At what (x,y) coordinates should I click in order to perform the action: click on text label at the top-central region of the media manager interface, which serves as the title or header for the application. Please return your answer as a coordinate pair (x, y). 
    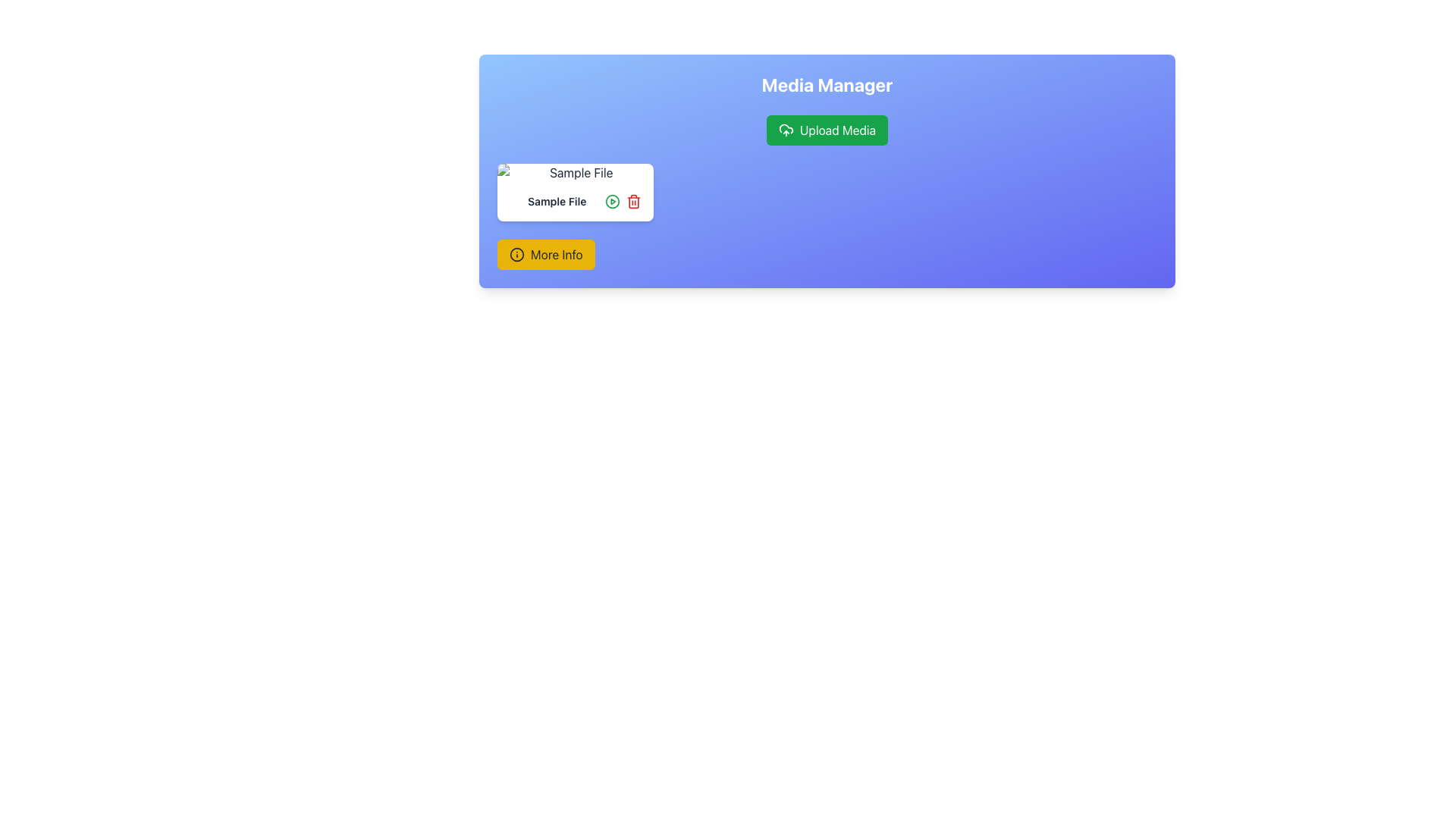
    Looking at the image, I should click on (826, 84).